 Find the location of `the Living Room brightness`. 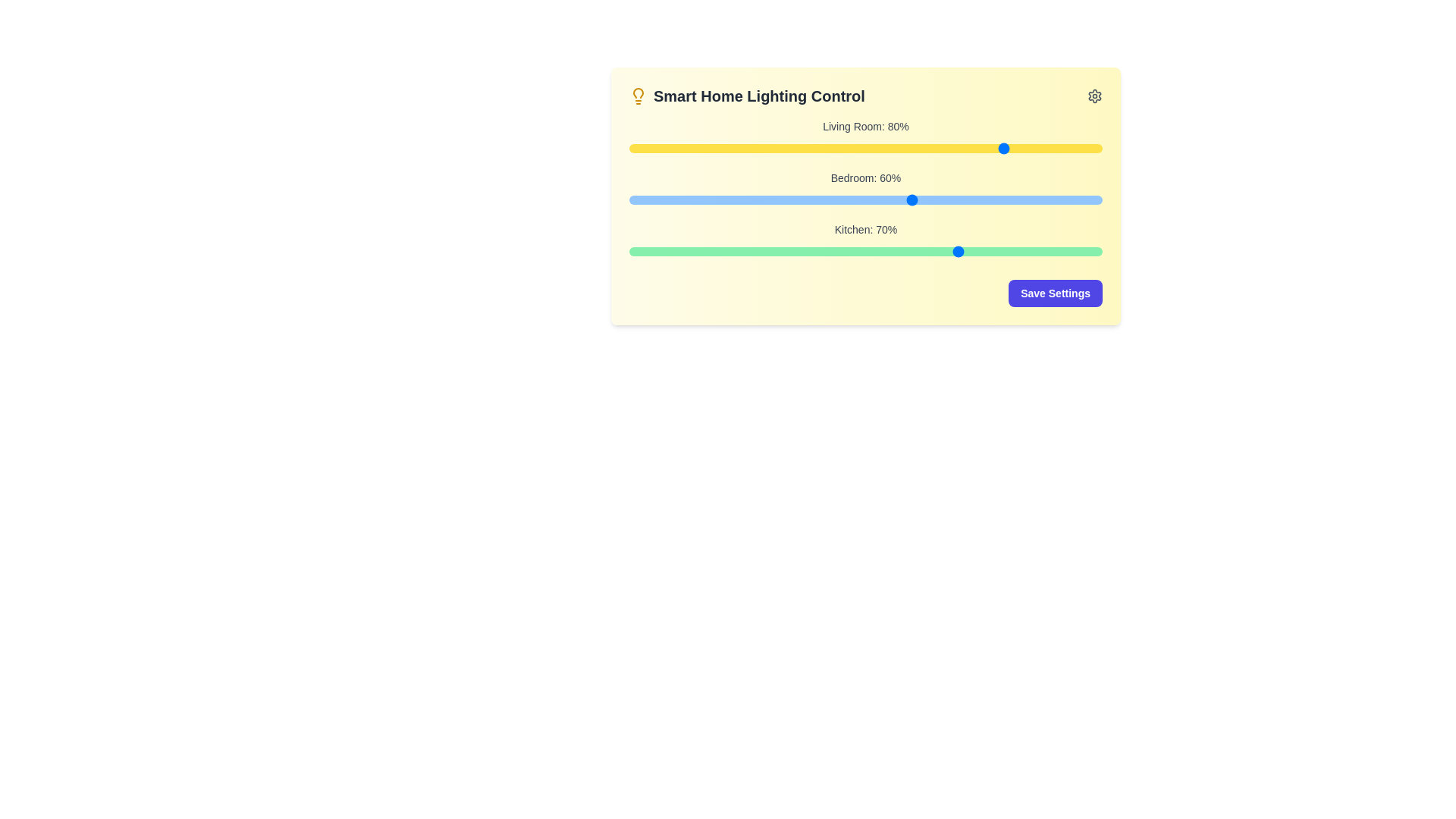

the Living Room brightness is located at coordinates (969, 149).